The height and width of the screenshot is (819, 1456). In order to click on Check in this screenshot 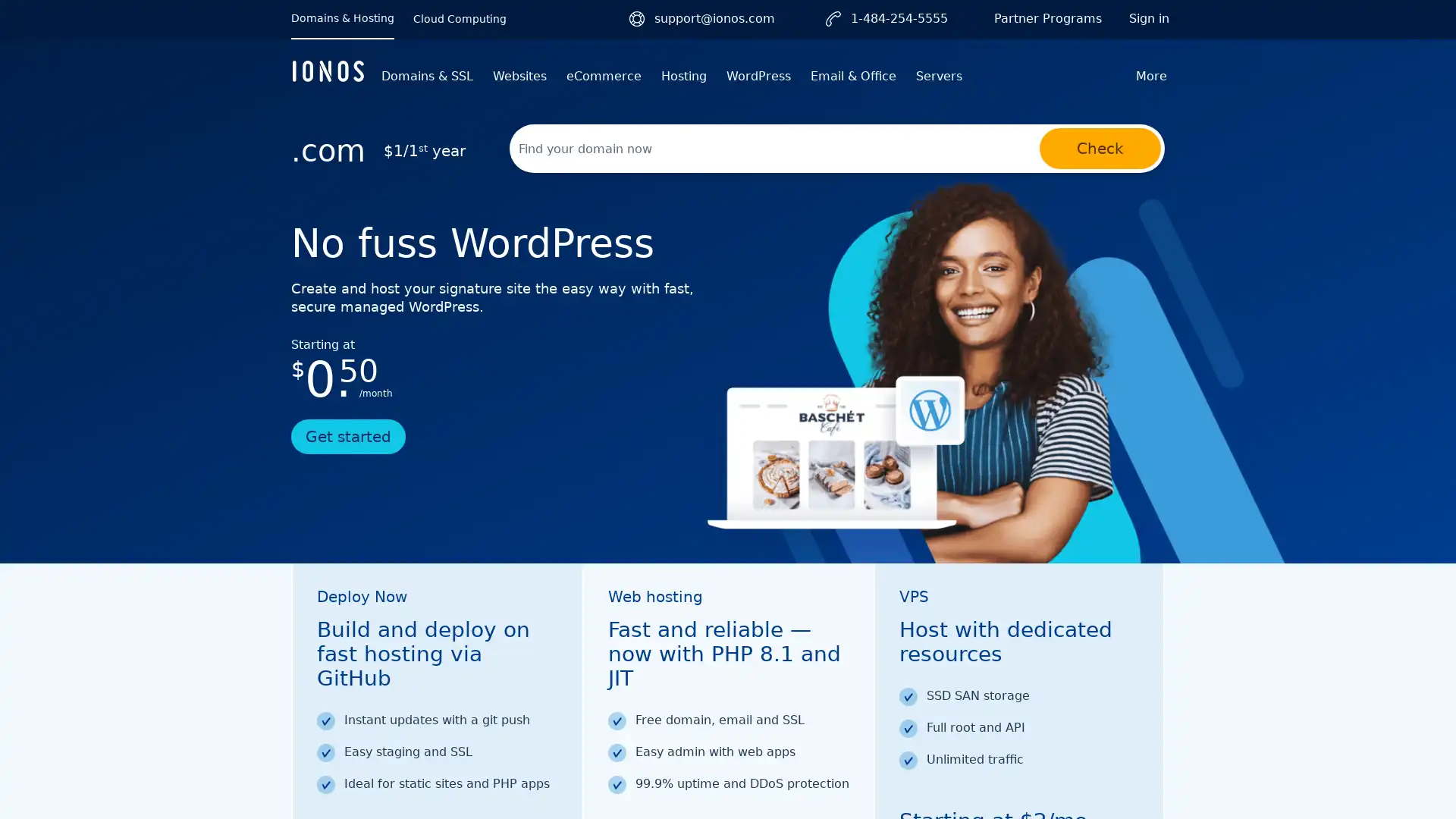, I will do `click(1100, 149)`.